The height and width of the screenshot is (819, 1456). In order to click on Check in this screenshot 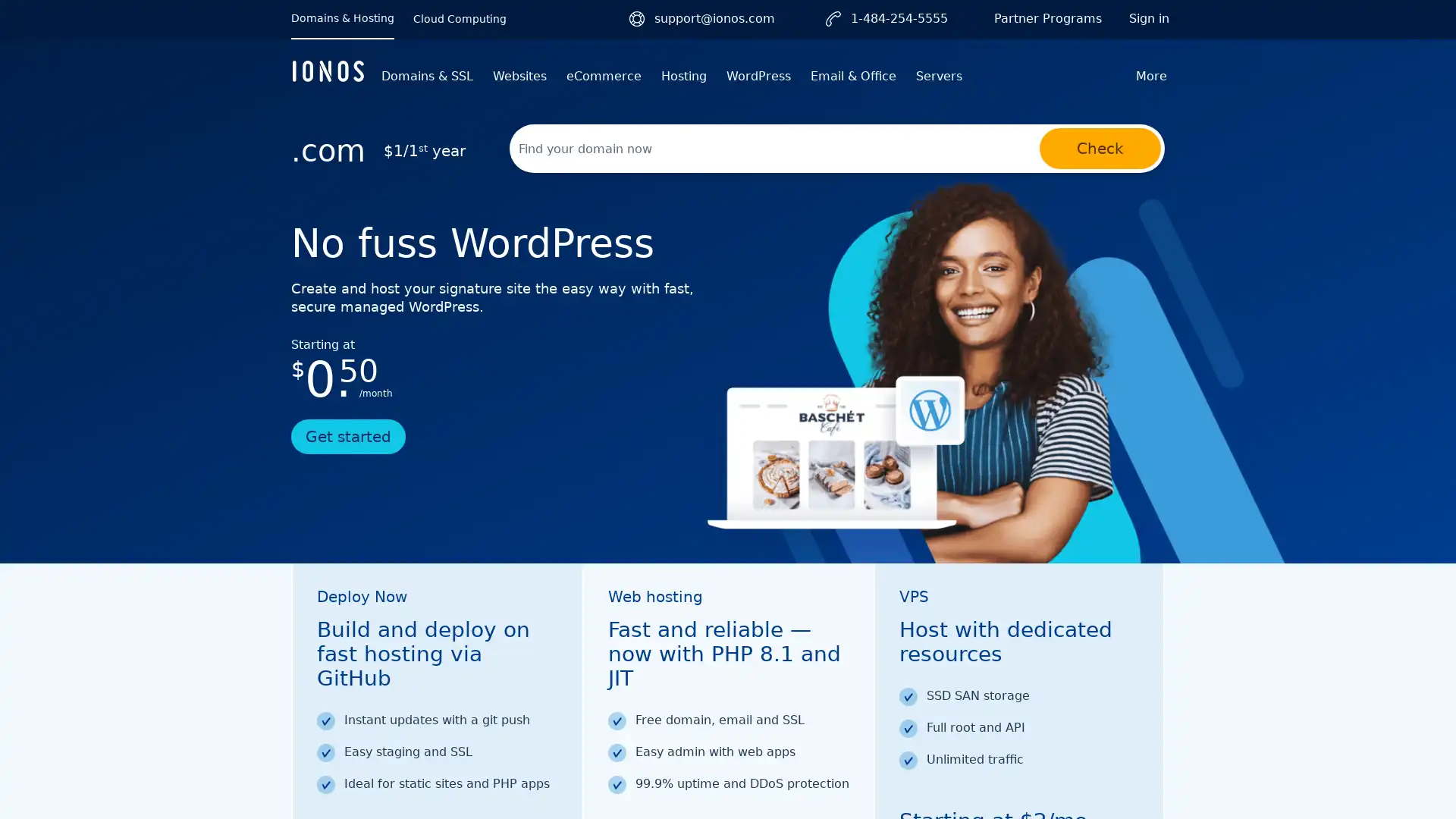, I will do `click(1100, 149)`.